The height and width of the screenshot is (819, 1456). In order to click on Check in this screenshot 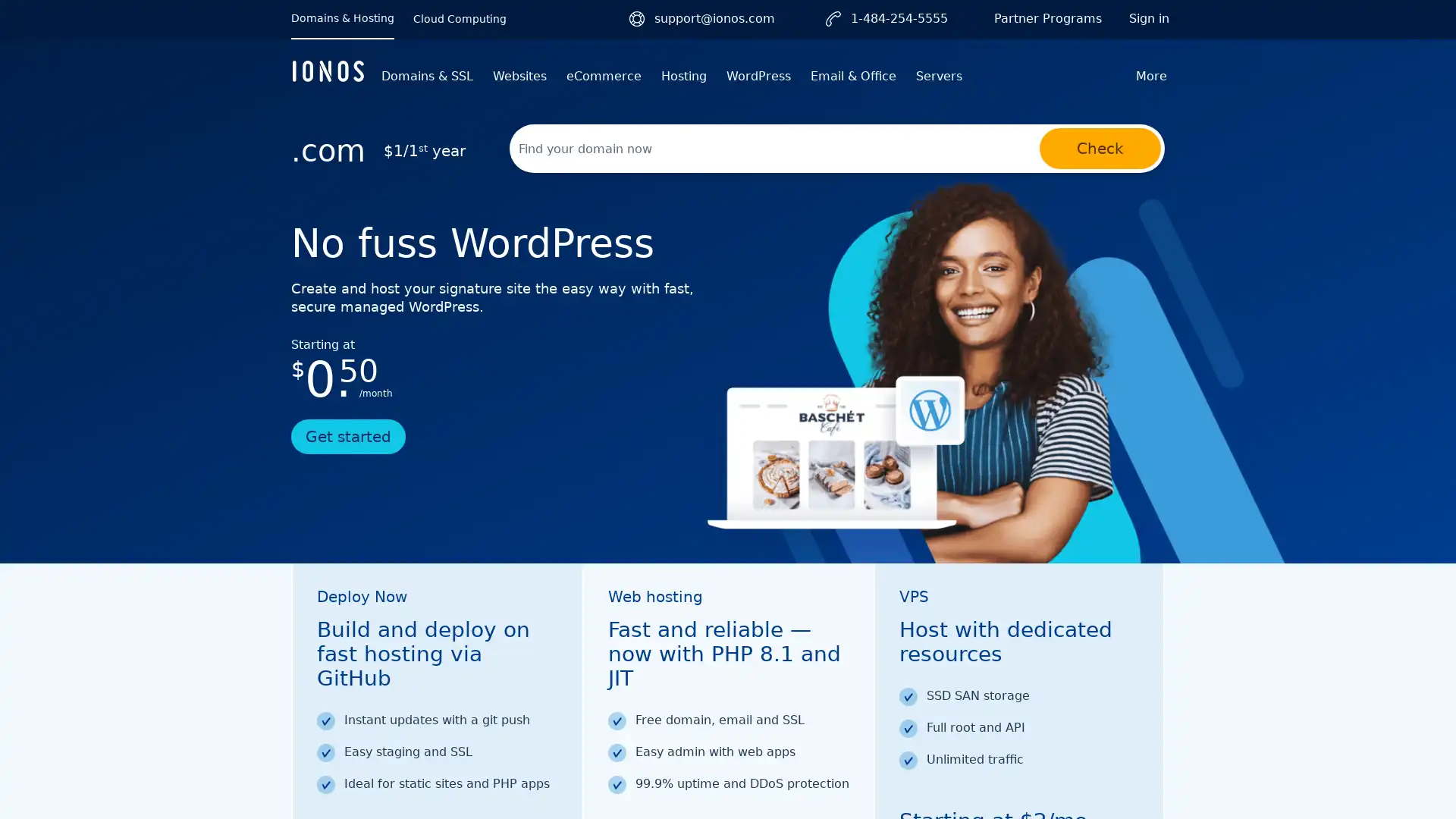, I will do `click(1100, 149)`.